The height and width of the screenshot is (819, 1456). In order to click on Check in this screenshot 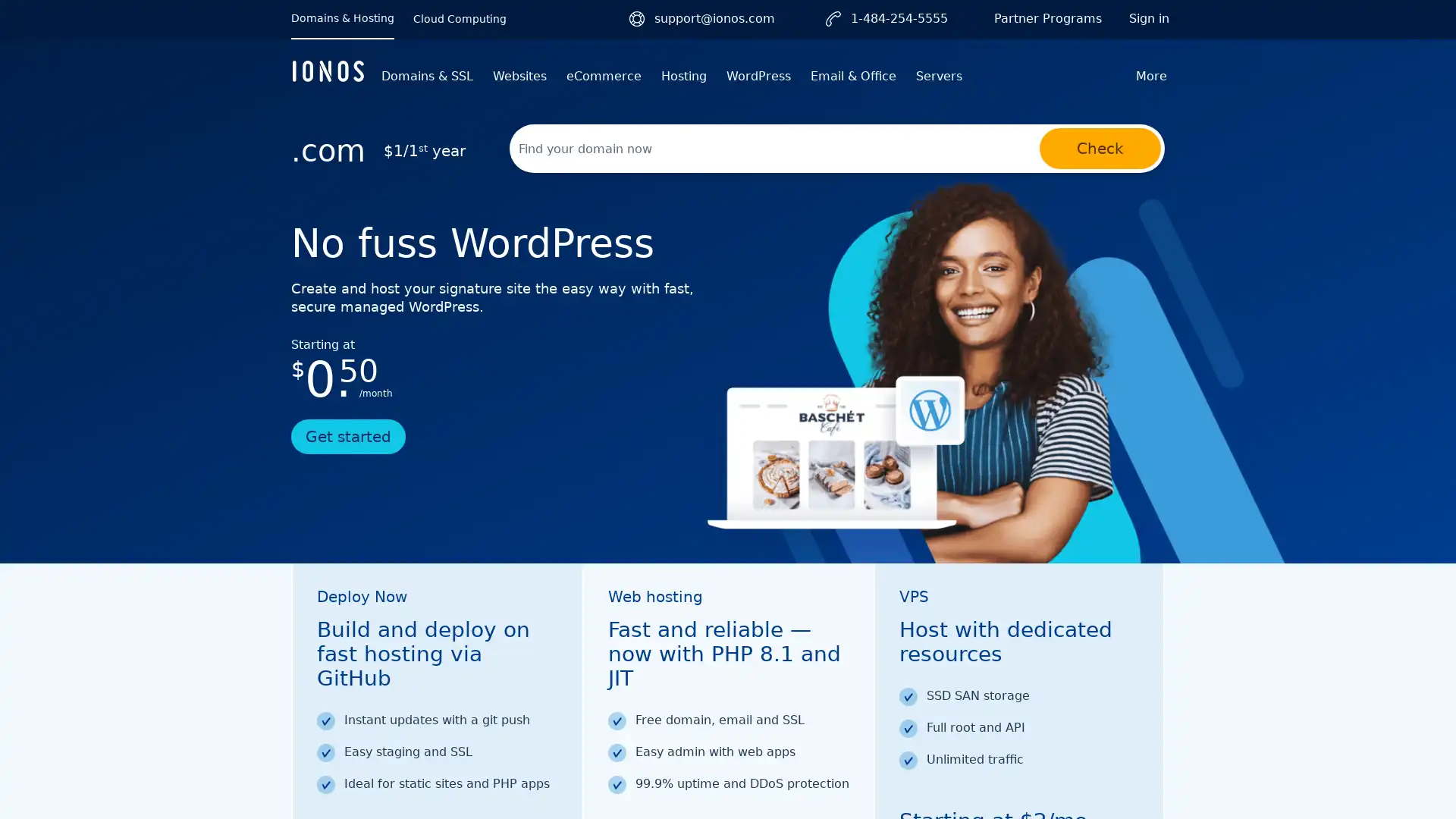, I will do `click(1100, 149)`.